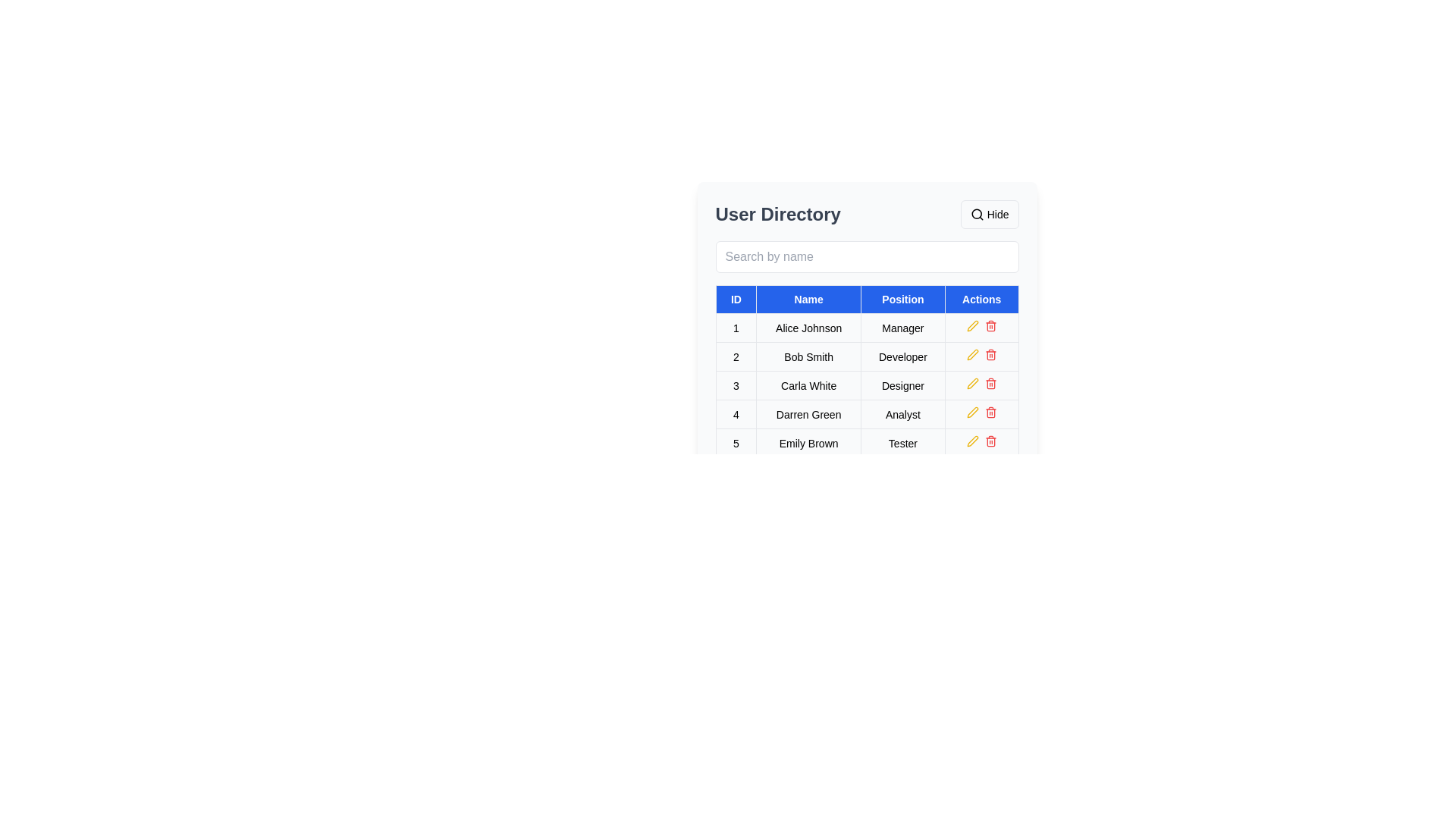 The width and height of the screenshot is (1456, 819). Describe the element at coordinates (990, 325) in the screenshot. I see `the deletion button located in the 'Actions' column of the first row of the table within the user directory` at that location.